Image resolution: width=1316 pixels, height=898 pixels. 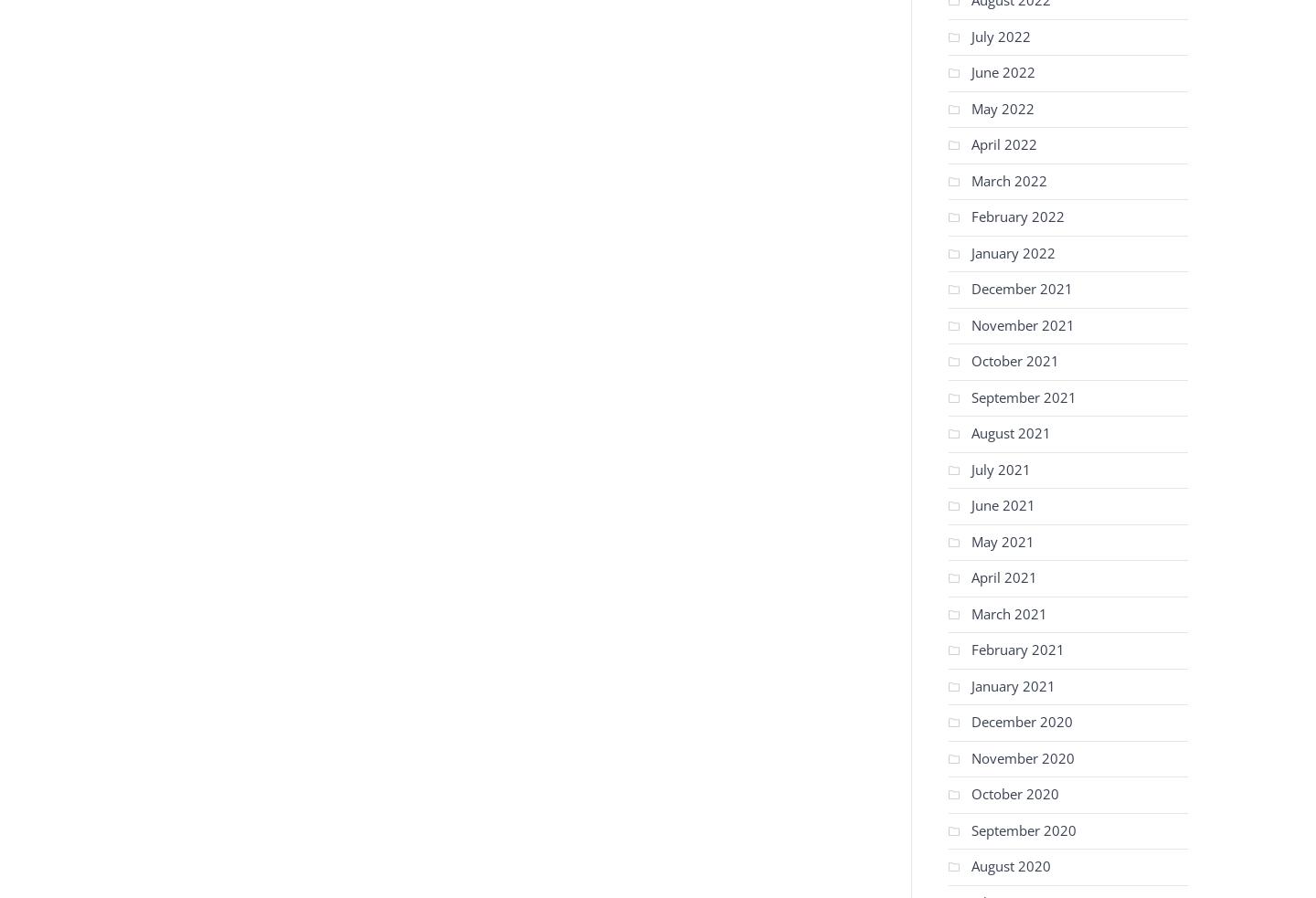 I want to click on 'September 2020', so click(x=1023, y=829).